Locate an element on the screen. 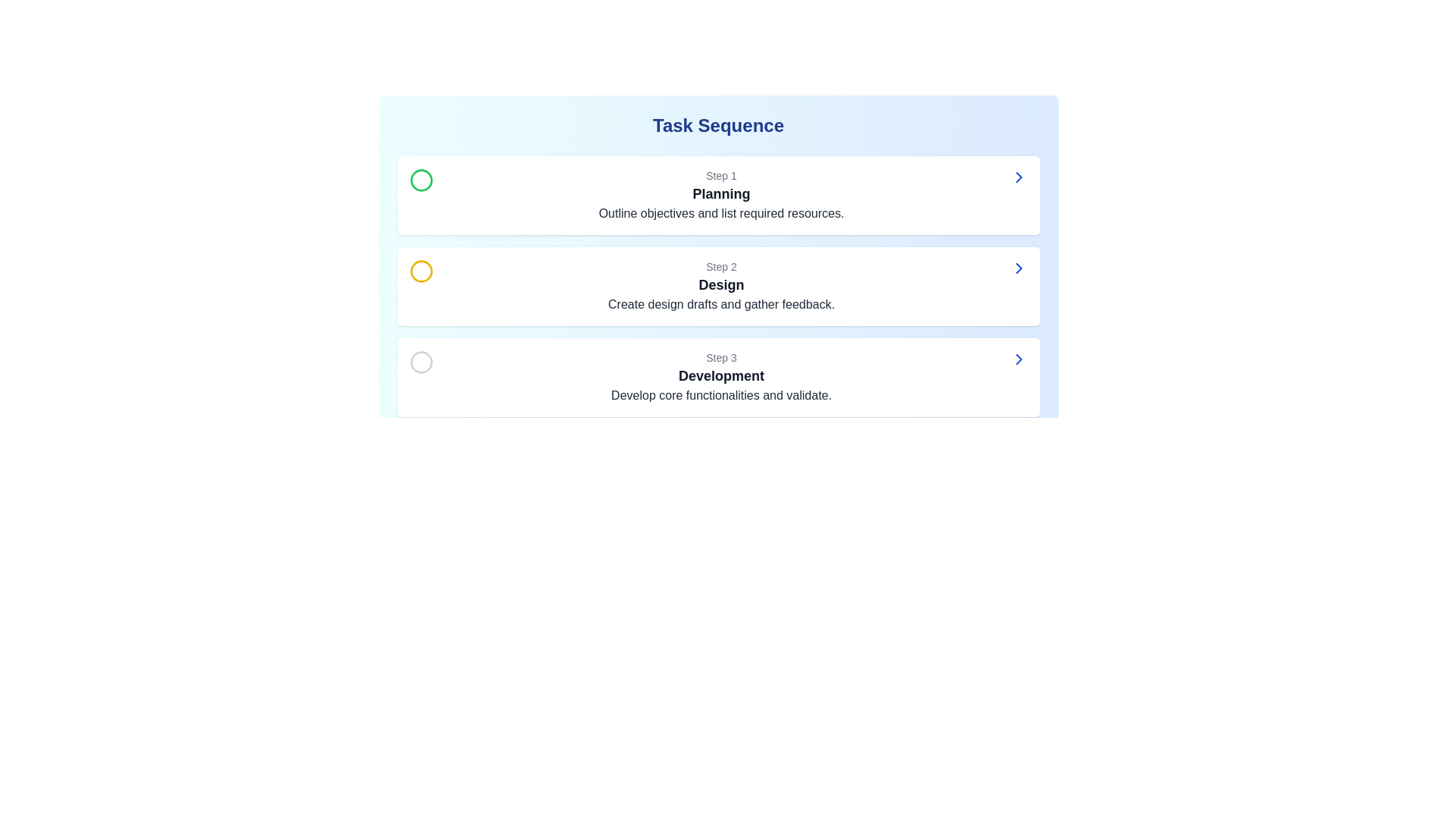 The width and height of the screenshot is (1456, 819). the circular indicator that denotes the completion or current focus on the first step is located at coordinates (421, 180).